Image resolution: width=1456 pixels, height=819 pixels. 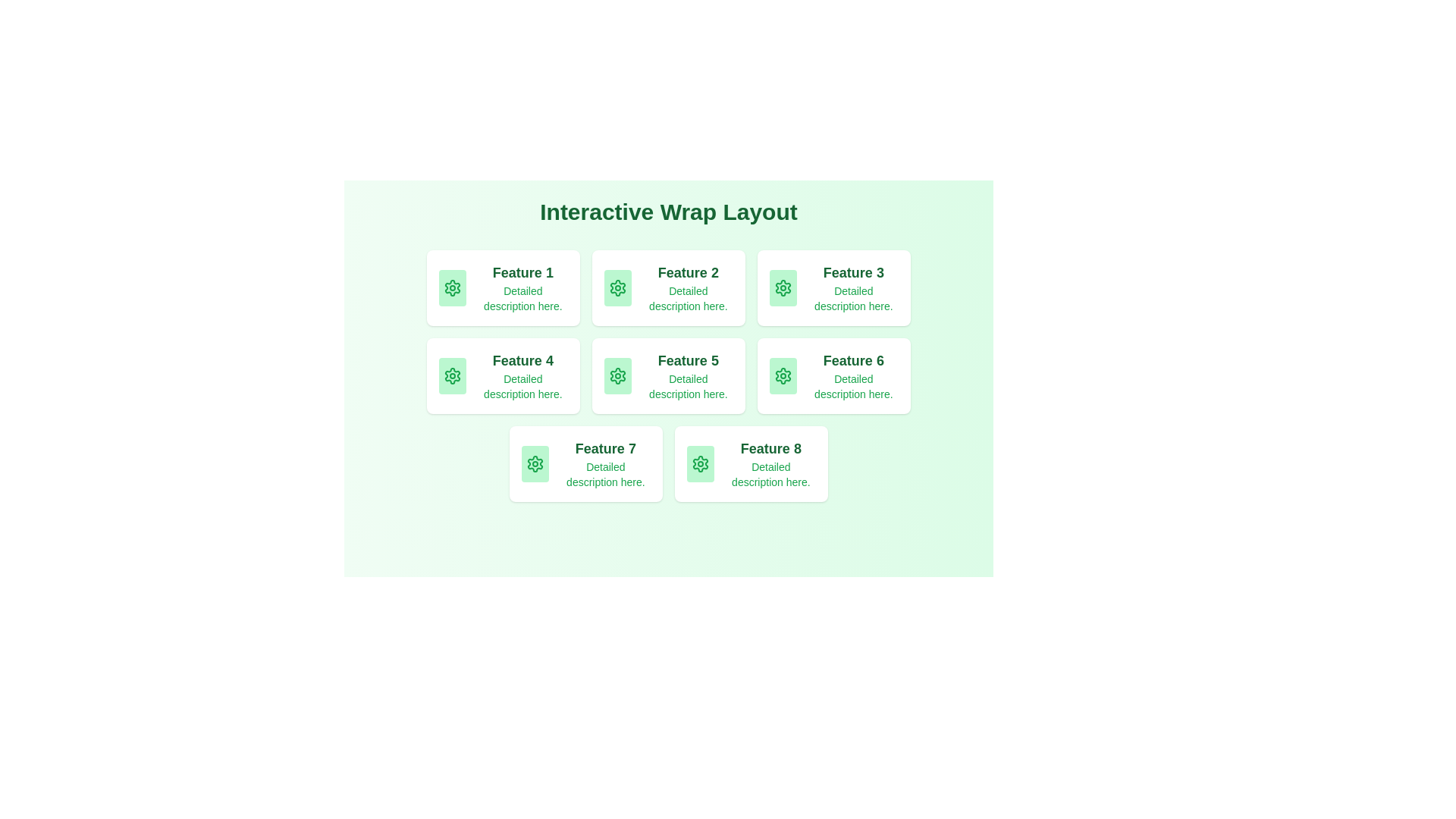 I want to click on the text element reading 'Feature 1', which is styled with a bold font and a green color, located in the first row and first column of the grid layout, so click(x=522, y=271).